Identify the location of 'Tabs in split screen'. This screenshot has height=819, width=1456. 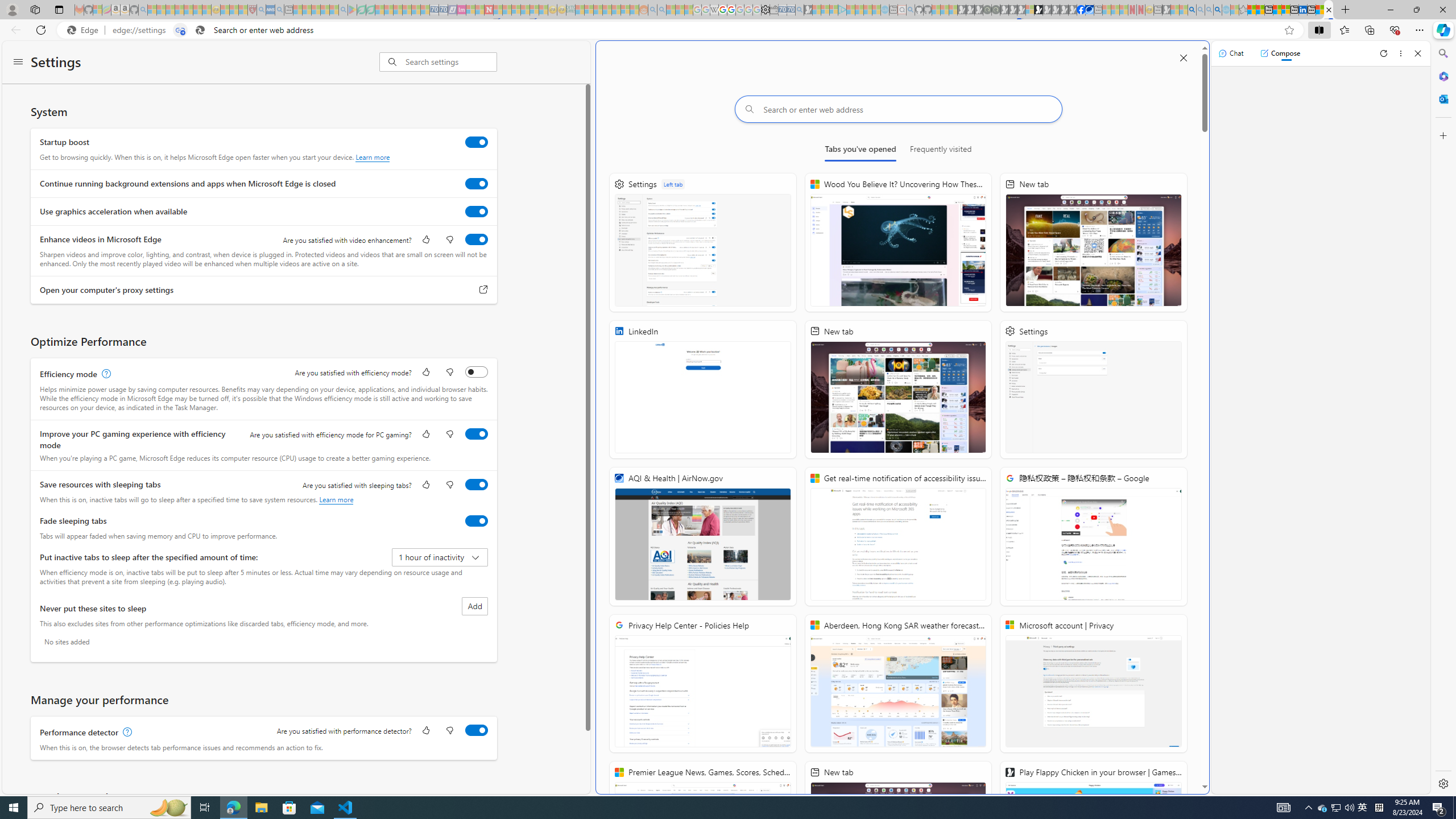
(180, 30).